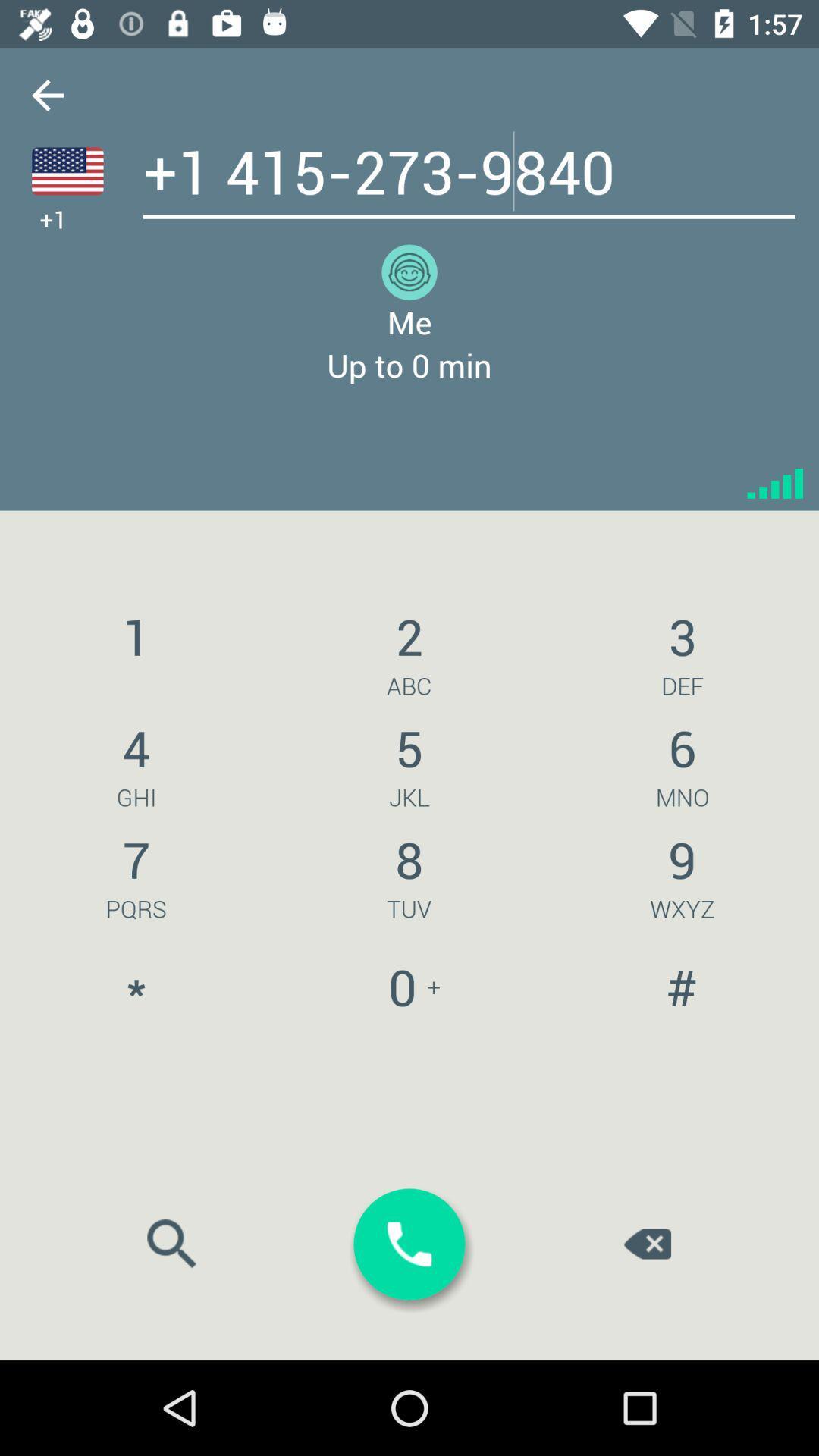  I want to click on call the number, so click(409, 1244).